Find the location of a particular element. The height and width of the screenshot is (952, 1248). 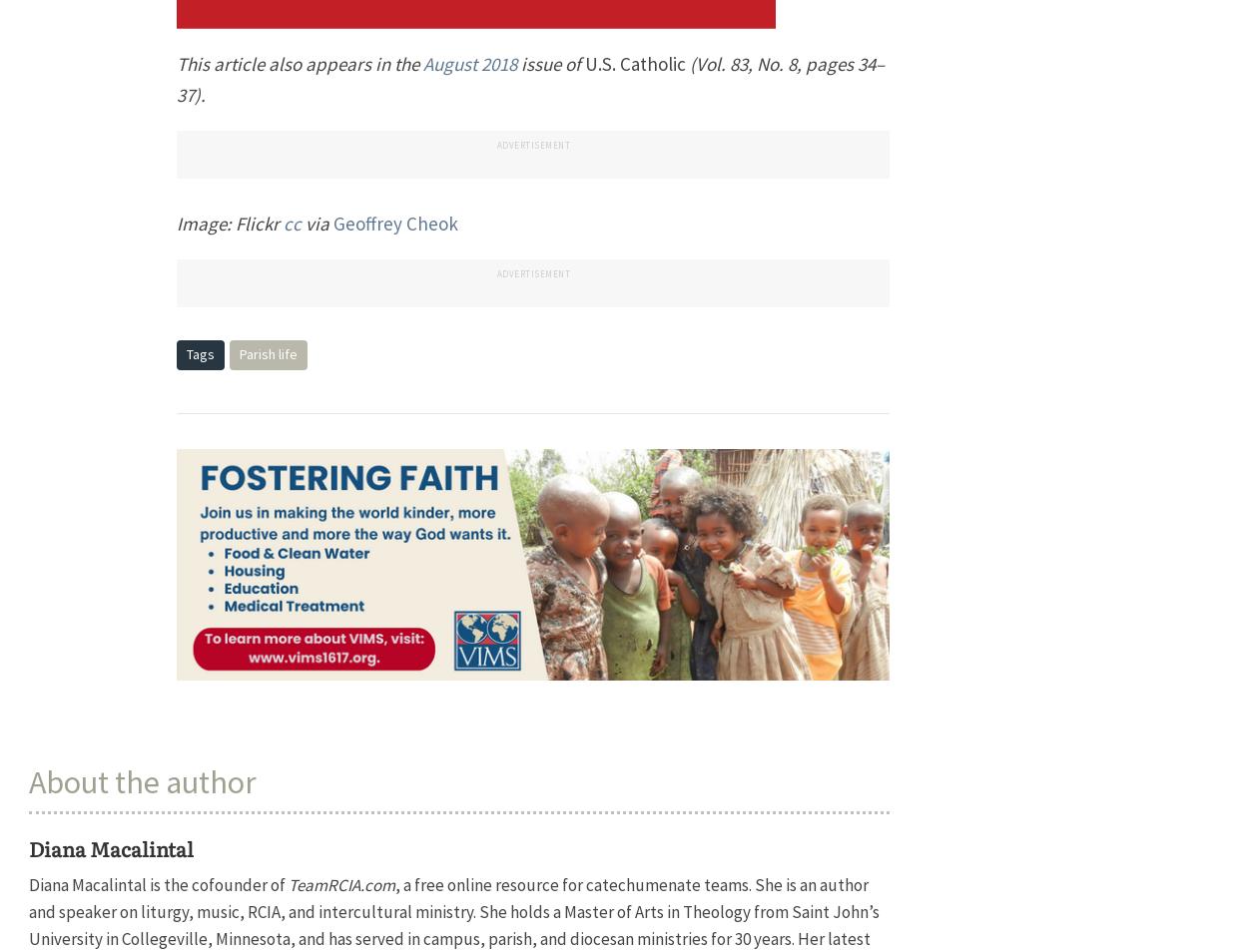

'via' is located at coordinates (316, 222).